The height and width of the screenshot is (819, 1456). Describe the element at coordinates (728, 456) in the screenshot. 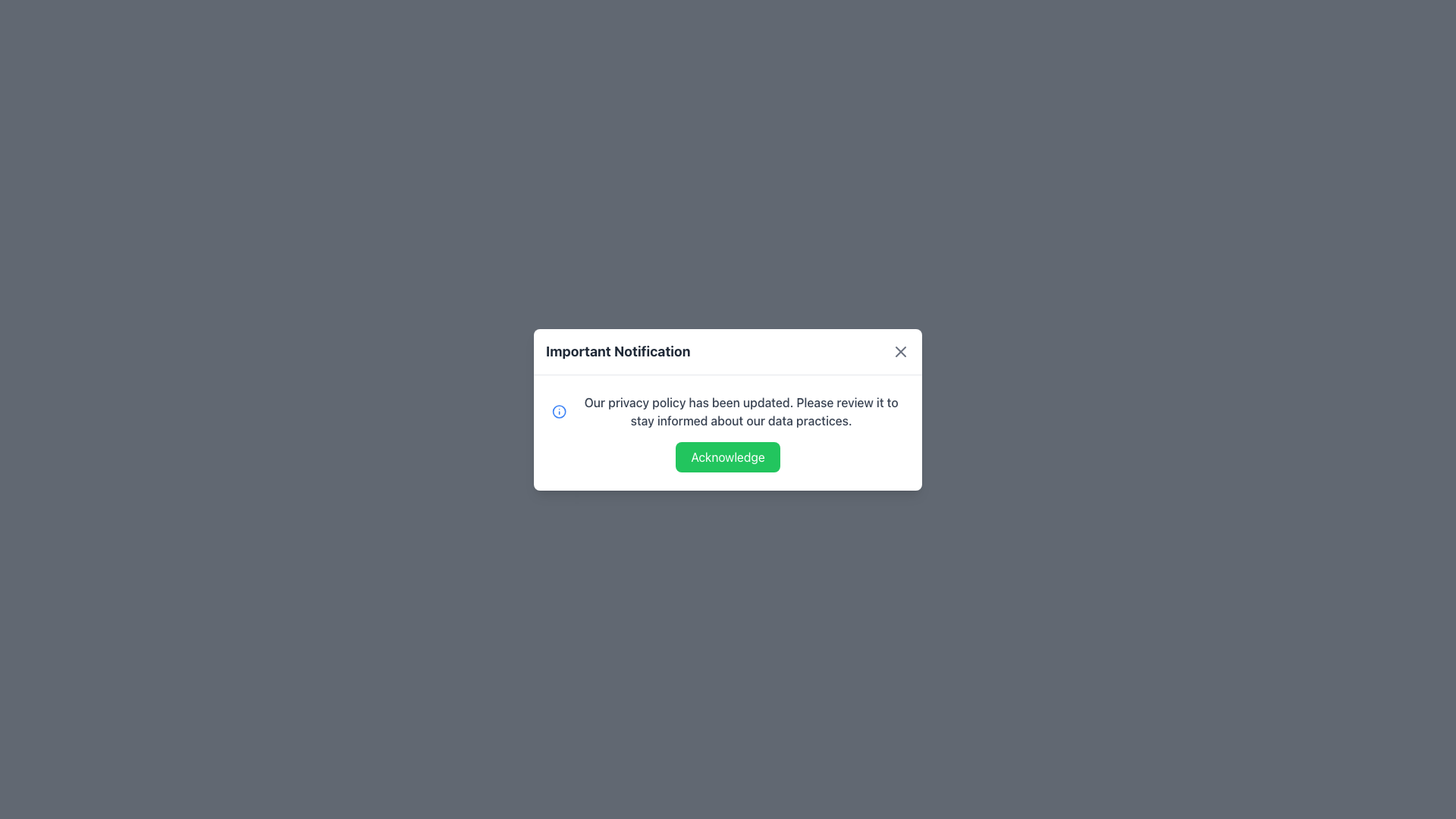

I see `the 'Acknowledge' button, which is a green button with white text located at the bottom of the notification modal` at that location.